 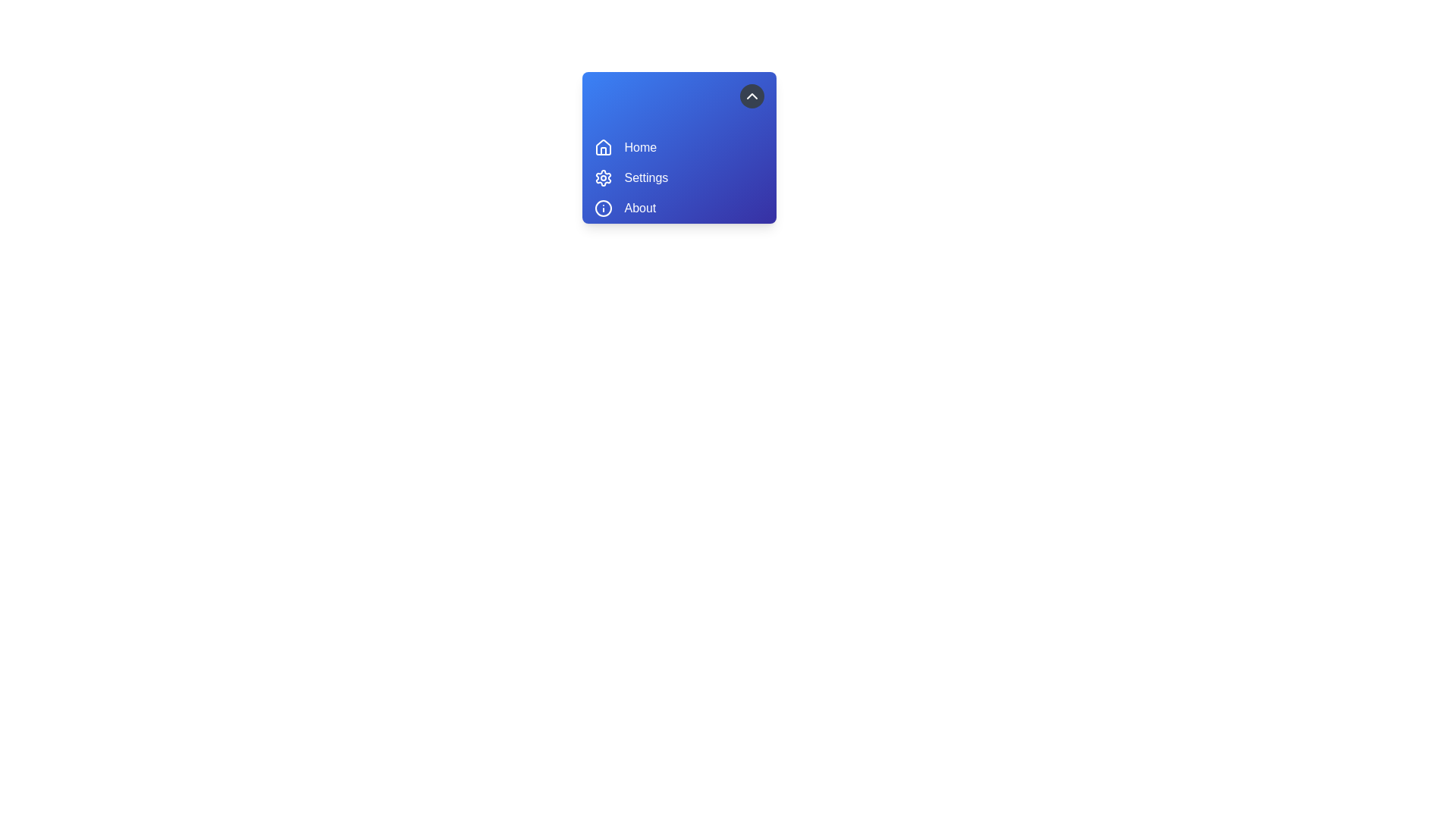 What do you see at coordinates (678, 177) in the screenshot?
I see `the 'Settings' menu item in the vertical sidebar menu` at bounding box center [678, 177].